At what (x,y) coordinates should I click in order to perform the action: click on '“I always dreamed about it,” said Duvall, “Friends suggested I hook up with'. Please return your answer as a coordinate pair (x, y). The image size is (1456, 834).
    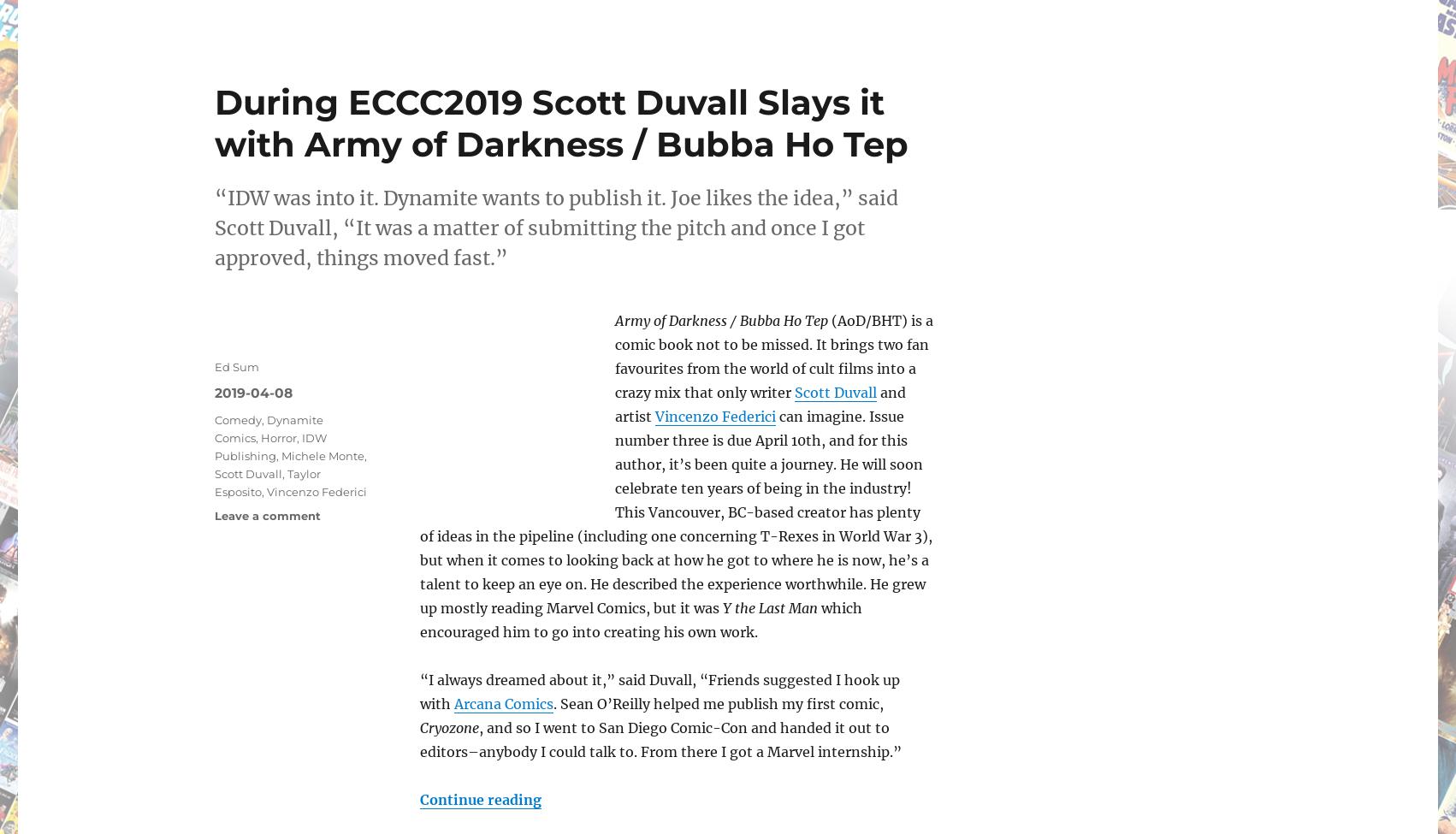
    Looking at the image, I should click on (419, 691).